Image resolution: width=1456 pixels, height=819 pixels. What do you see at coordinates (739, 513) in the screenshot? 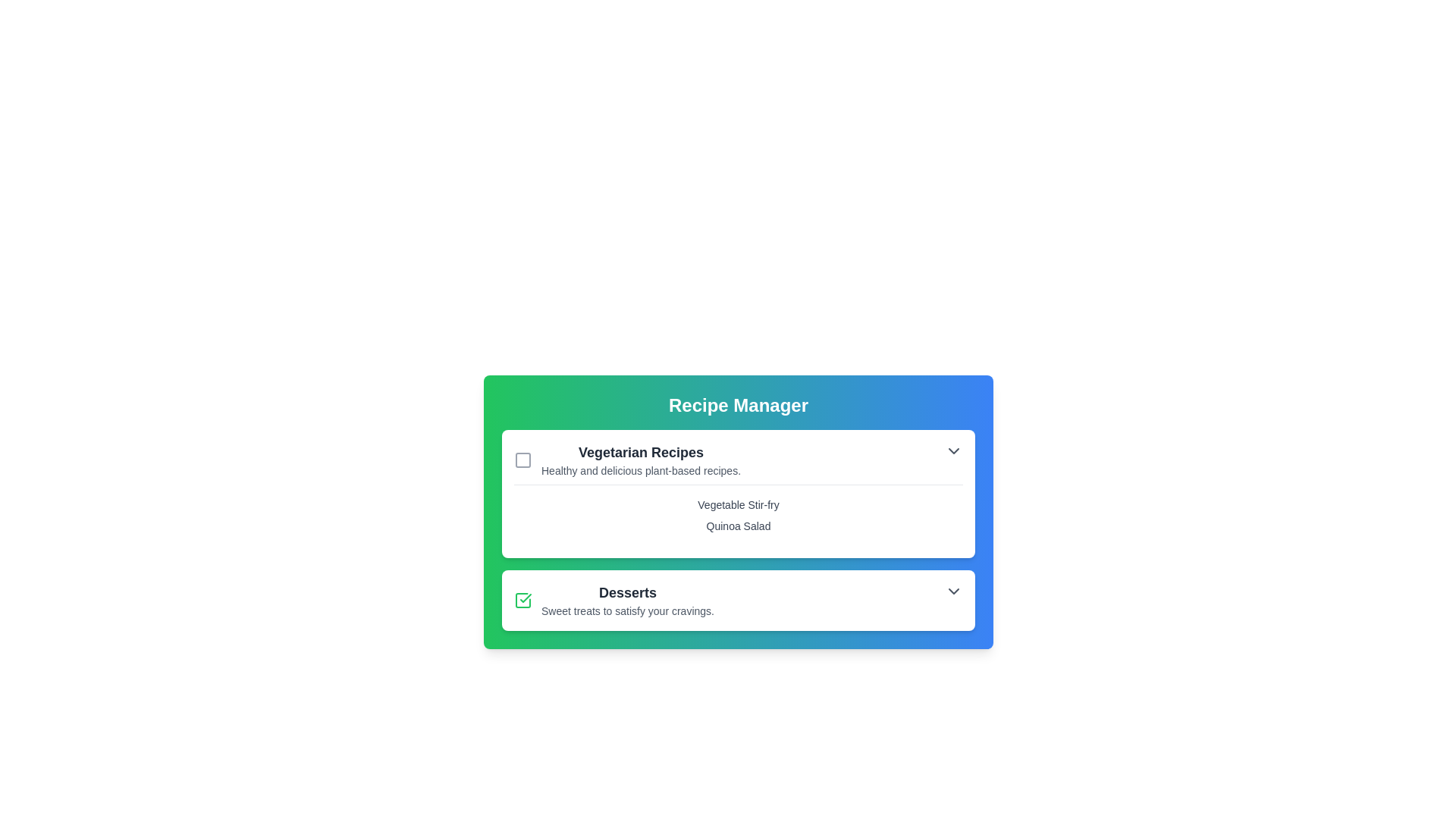
I see `the Text Display Area that lists the names of specific recipes under the 'Vegetarian Recipes' category in the Recipe Manager interface` at bounding box center [739, 513].